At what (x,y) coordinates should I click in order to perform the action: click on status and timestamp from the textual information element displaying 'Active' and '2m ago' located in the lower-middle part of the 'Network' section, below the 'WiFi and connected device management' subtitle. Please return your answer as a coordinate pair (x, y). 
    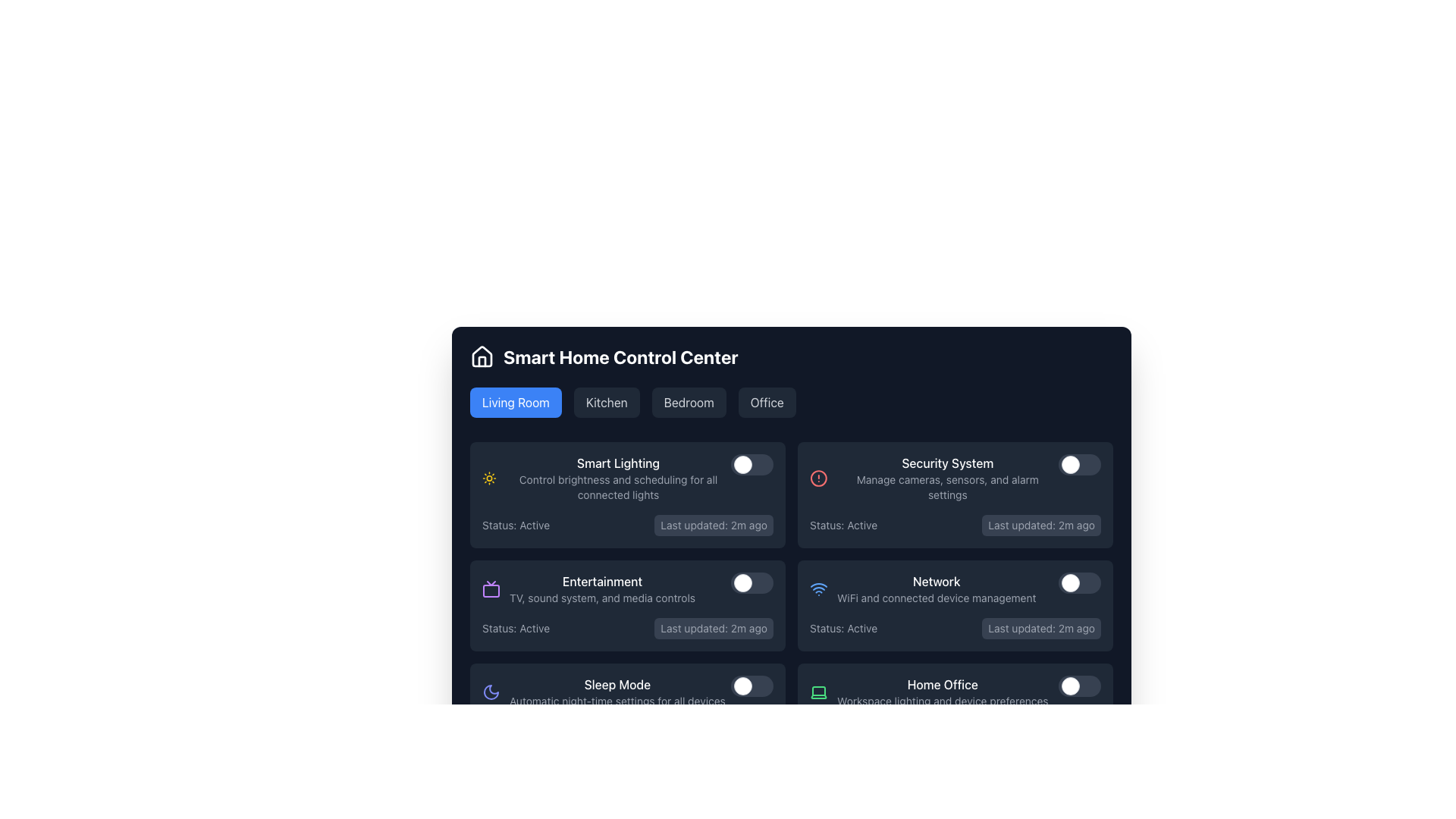
    Looking at the image, I should click on (954, 629).